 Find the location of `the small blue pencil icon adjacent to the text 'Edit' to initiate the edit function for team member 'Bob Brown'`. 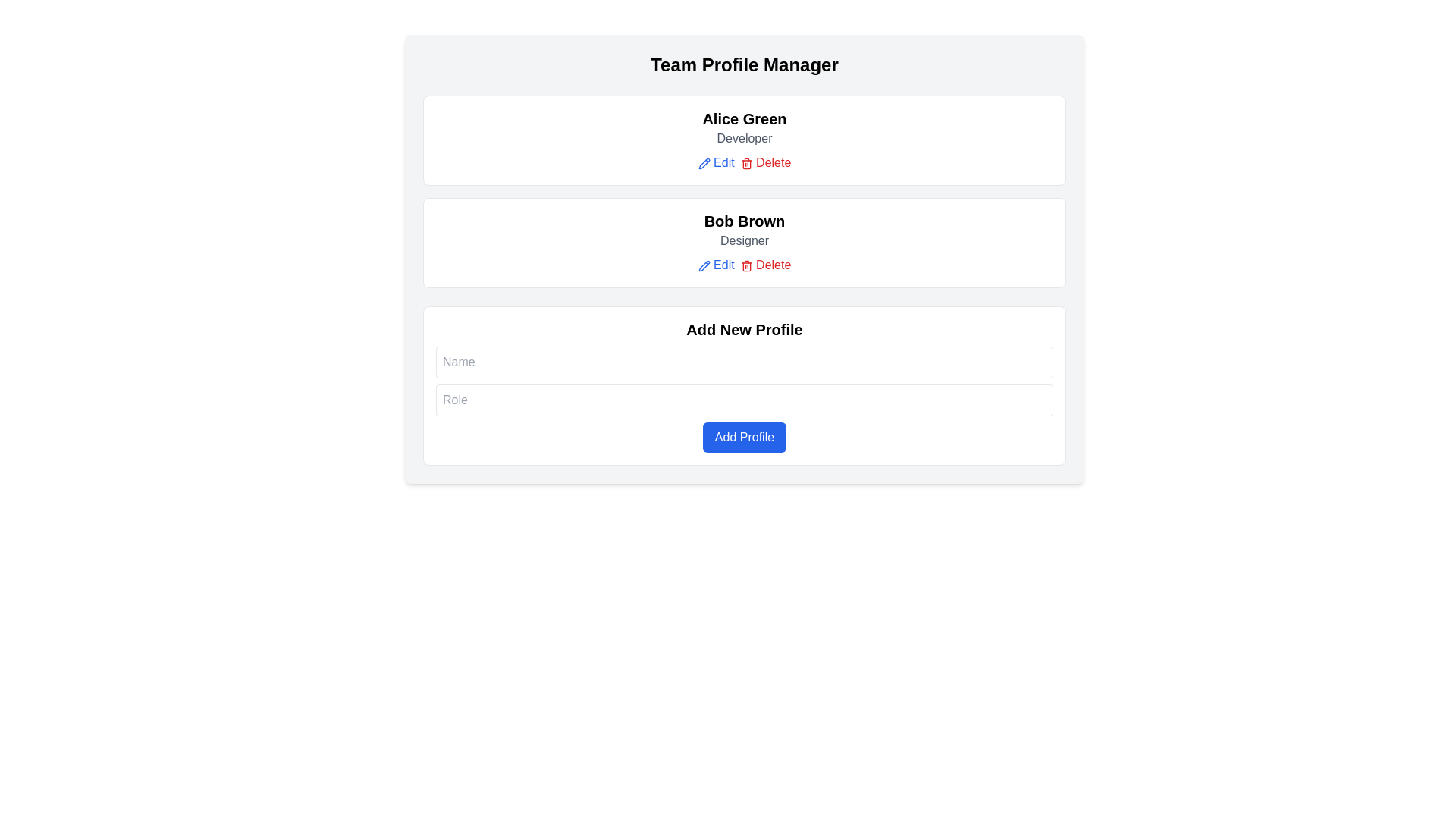

the small blue pencil icon adjacent to the text 'Edit' to initiate the edit function for team member 'Bob Brown' is located at coordinates (703, 265).